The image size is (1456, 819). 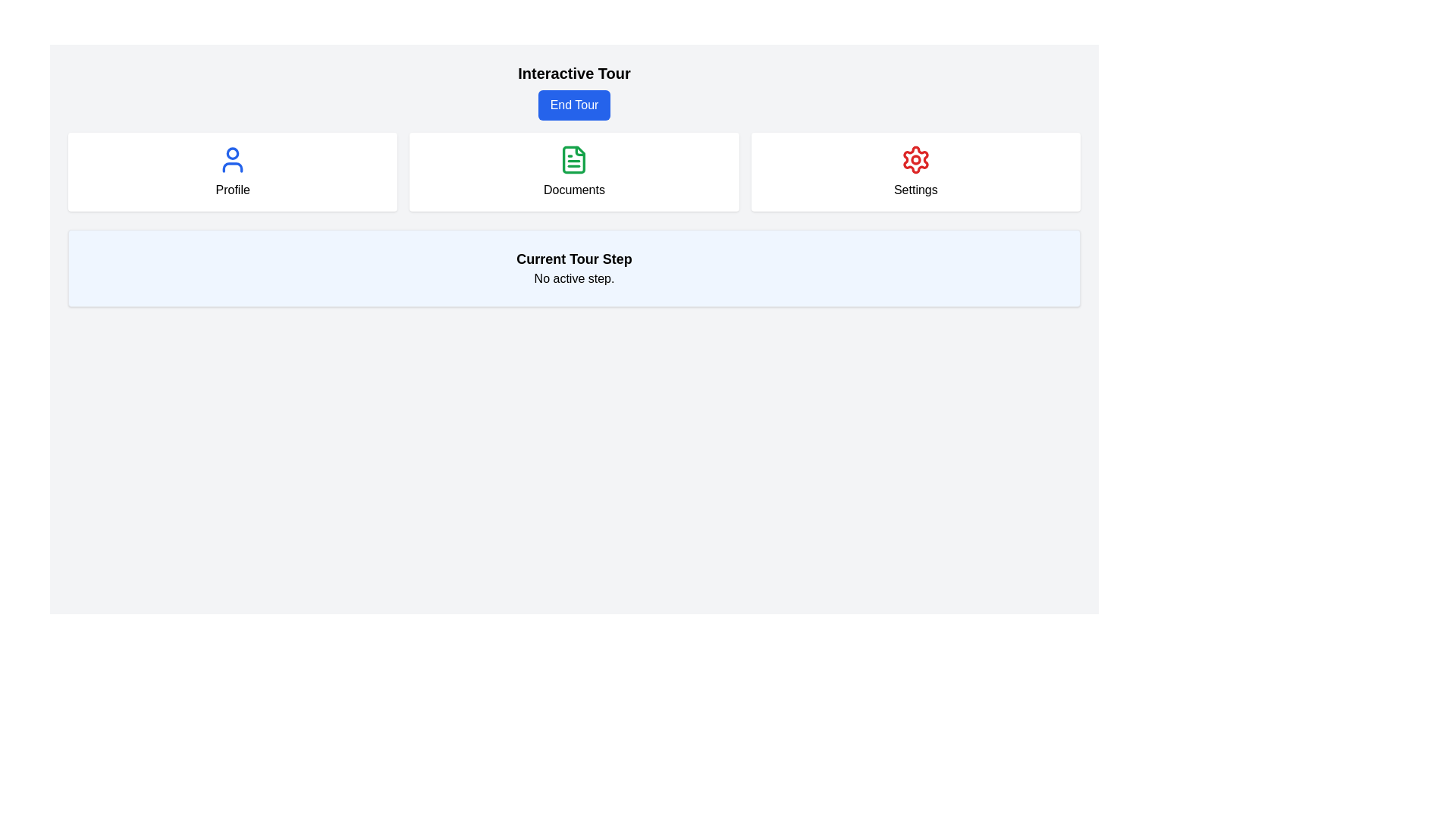 What do you see at coordinates (232, 153) in the screenshot?
I see `the decorative element that symbolizes a user profile, which is positioned above the 'Profile' text label in the top-left section of the interface` at bounding box center [232, 153].